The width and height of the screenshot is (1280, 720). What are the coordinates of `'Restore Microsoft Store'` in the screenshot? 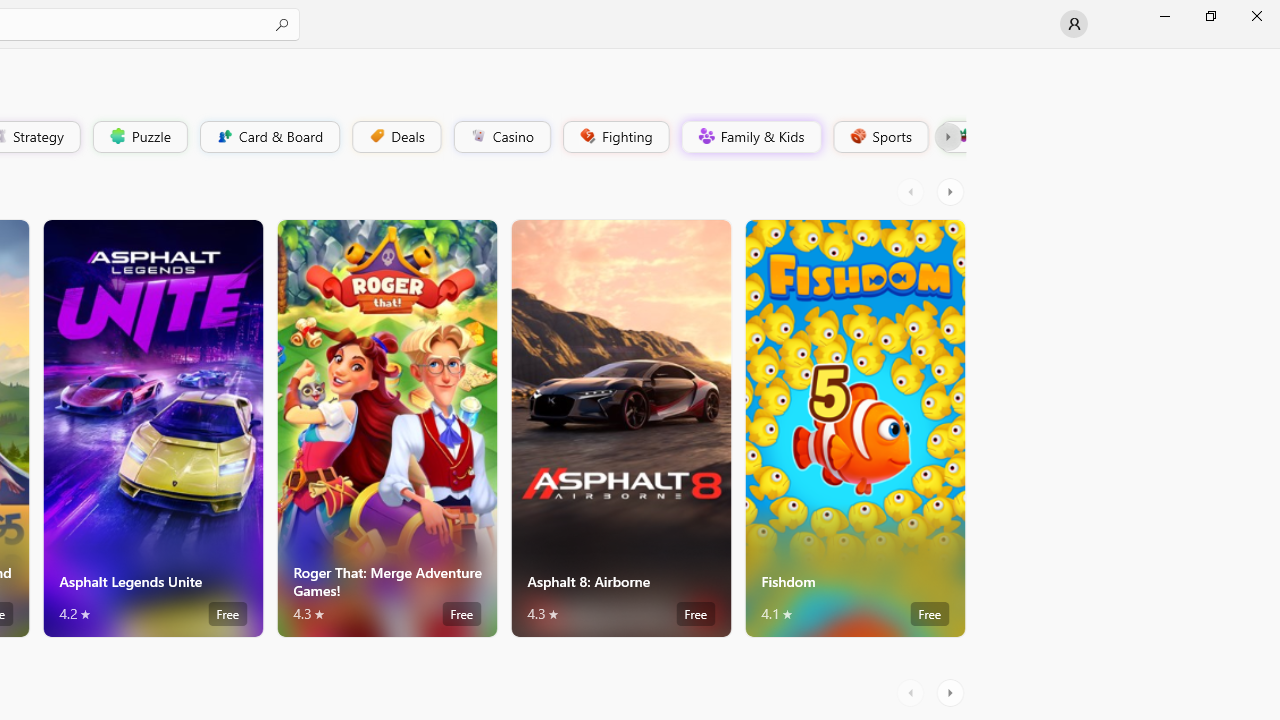 It's located at (1209, 15).